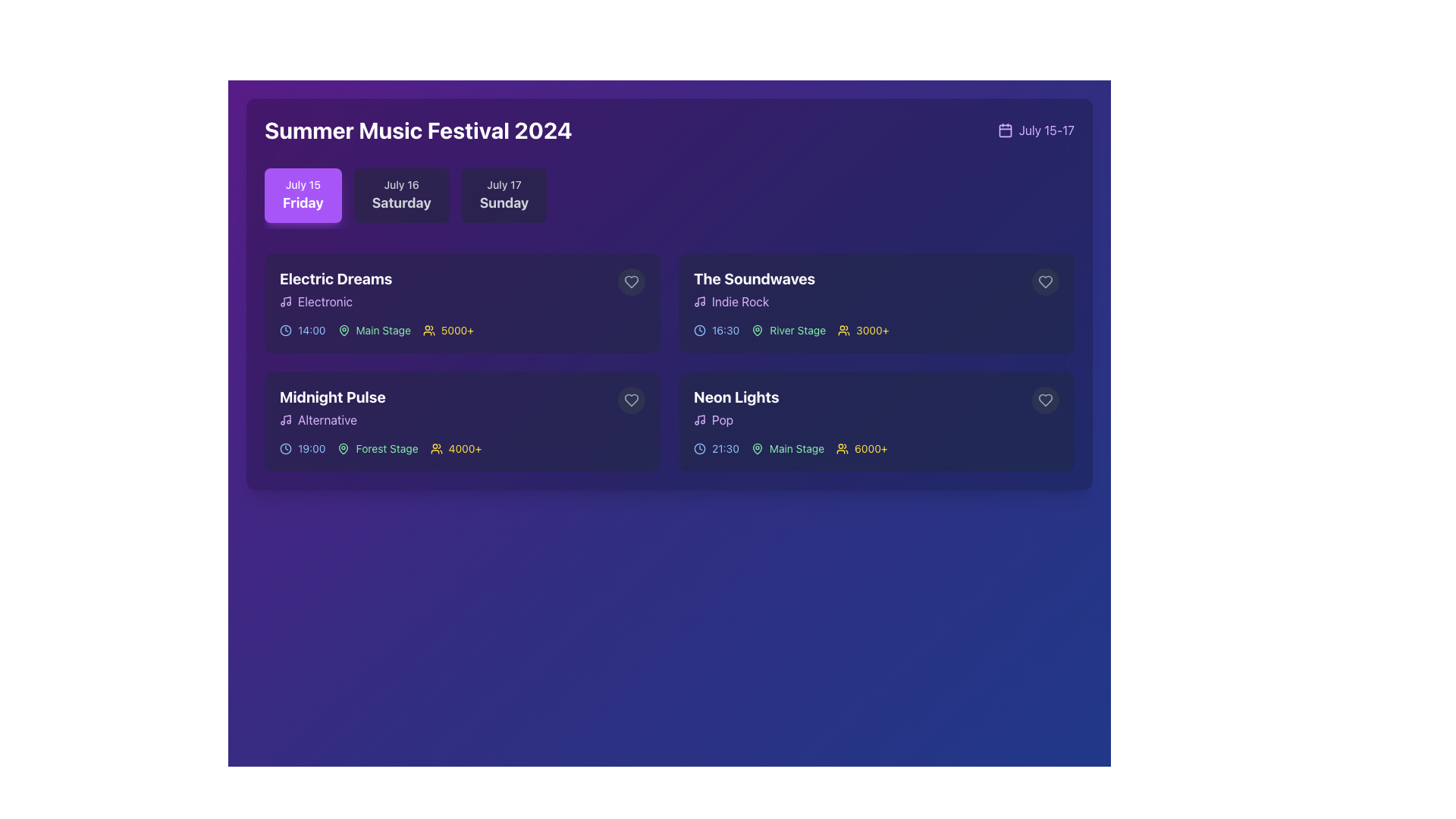 This screenshot has width=1456, height=819. What do you see at coordinates (863, 329) in the screenshot?
I see `the audience count text element for the event 'The Soundwaves', which is located in the second column of the grid layout, adjacent to the time and stage indicators, and positioned after the 'River Stage' label` at bounding box center [863, 329].